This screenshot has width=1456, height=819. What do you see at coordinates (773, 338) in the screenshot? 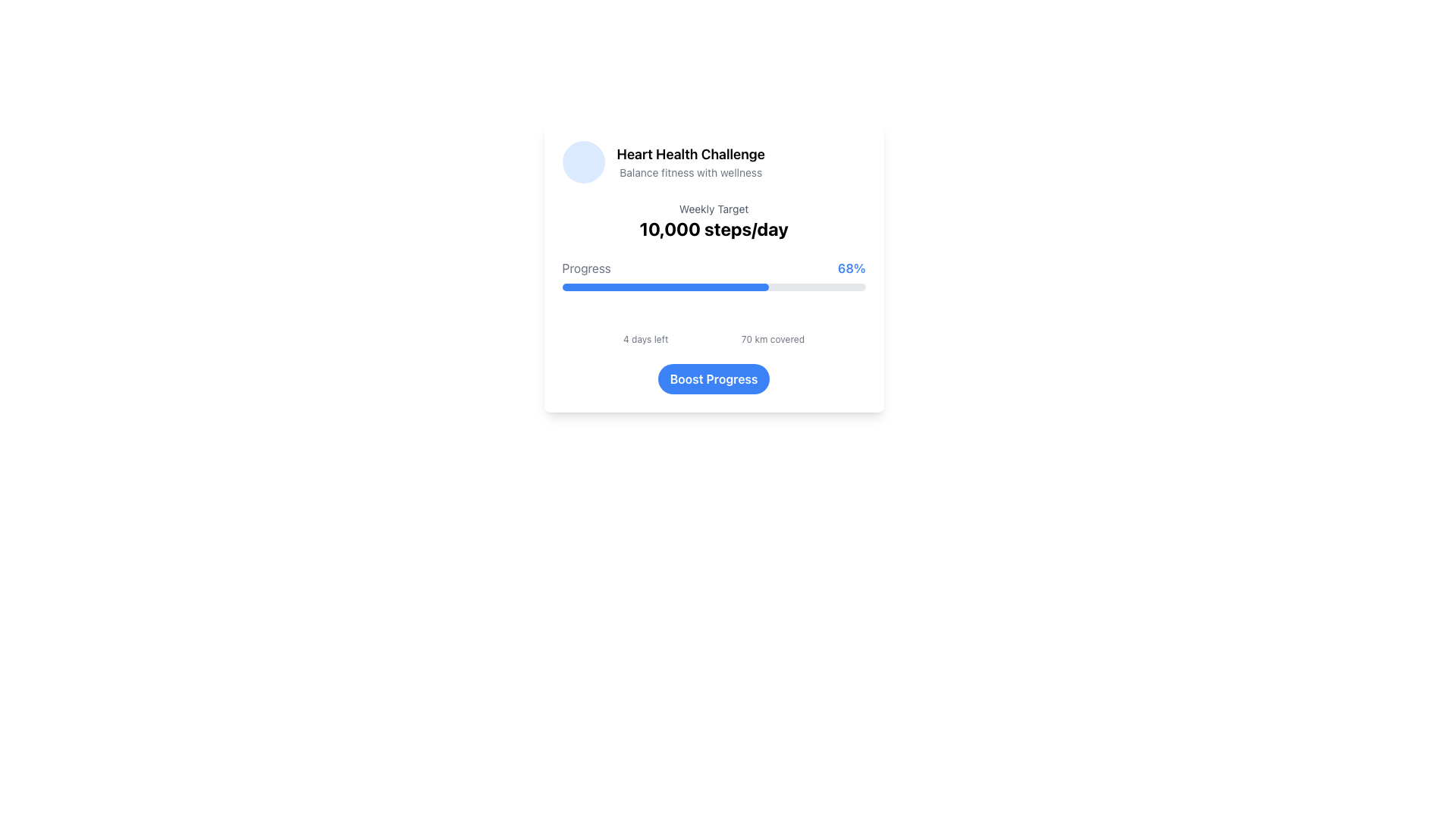
I see `the Text Label indicating '70 km covered', which provides supplementary information about the user's progress` at bounding box center [773, 338].